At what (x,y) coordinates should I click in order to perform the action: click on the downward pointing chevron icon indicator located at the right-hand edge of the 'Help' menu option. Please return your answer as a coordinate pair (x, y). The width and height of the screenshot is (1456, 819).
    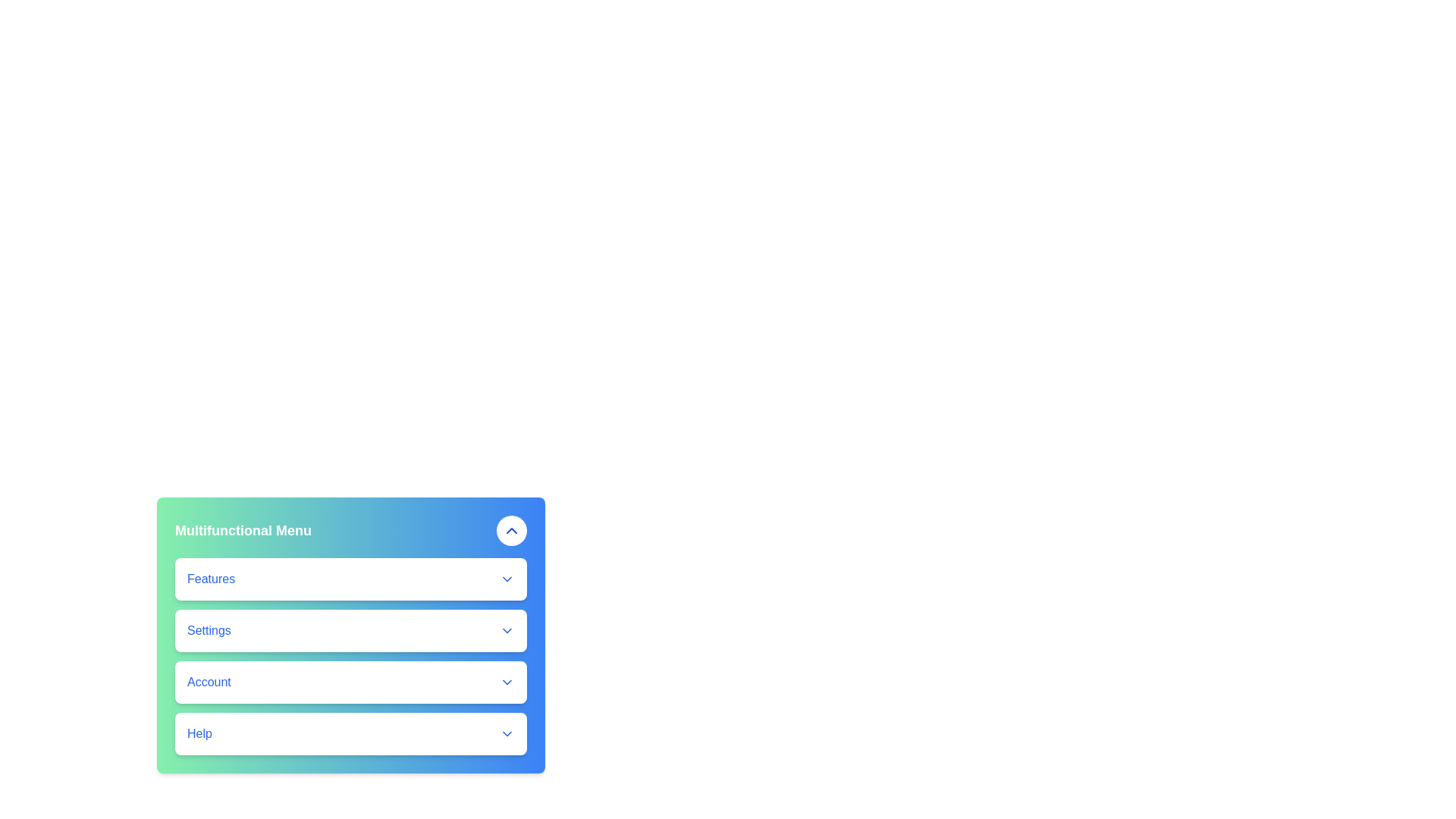
    Looking at the image, I should click on (507, 733).